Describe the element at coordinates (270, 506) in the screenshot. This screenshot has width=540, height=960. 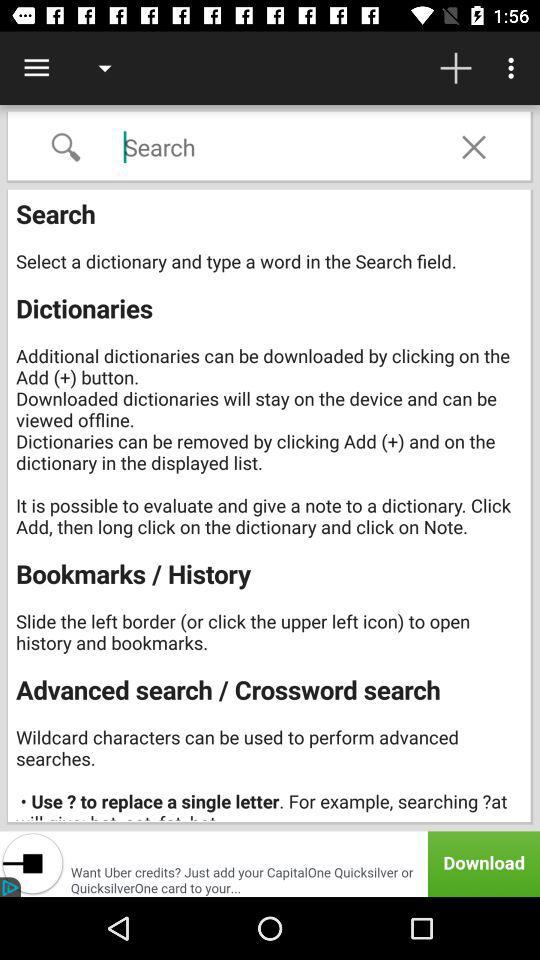
I see `the search select a` at that location.